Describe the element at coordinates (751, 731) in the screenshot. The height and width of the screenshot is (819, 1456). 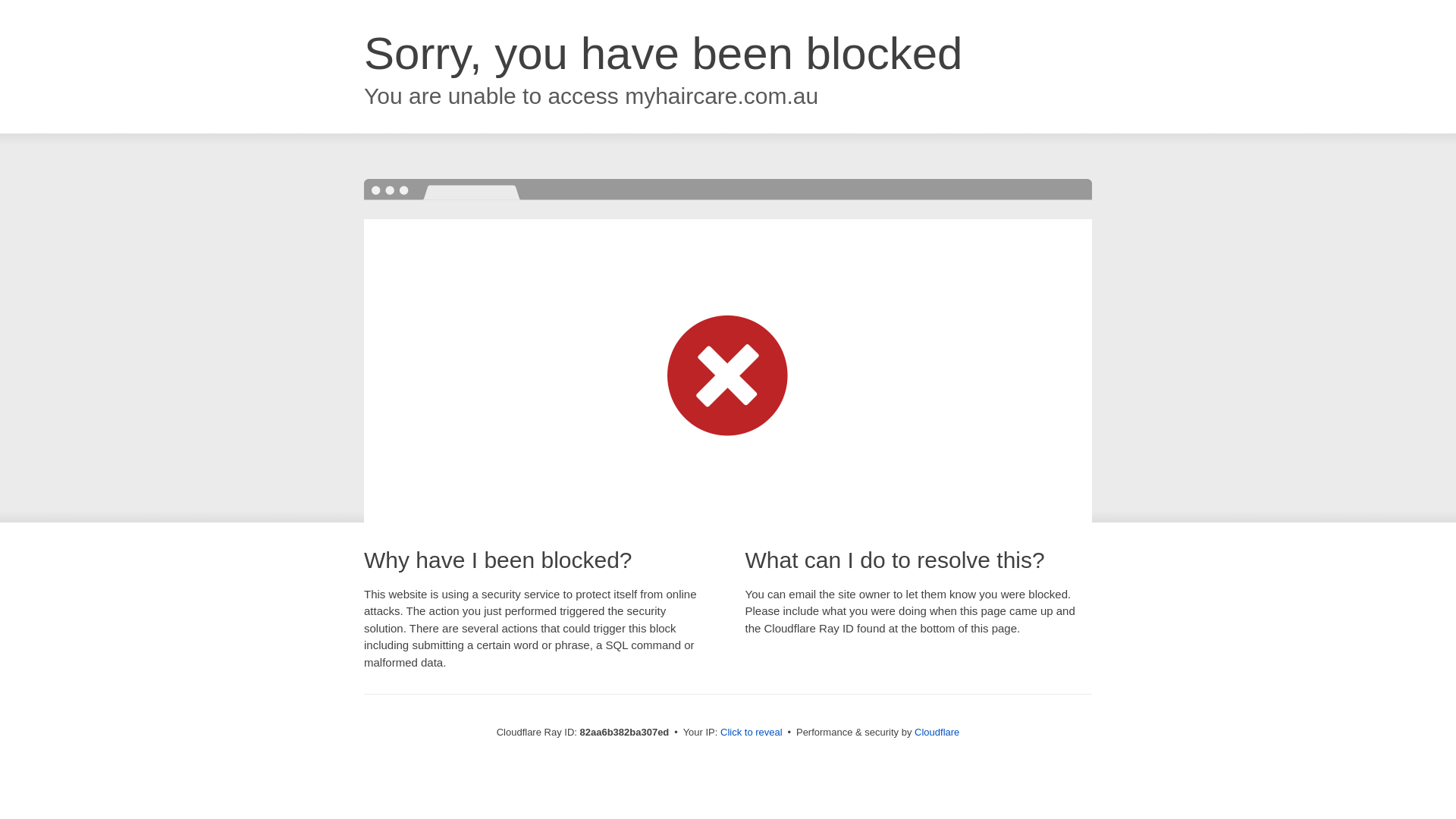
I see `'Click to reveal'` at that location.